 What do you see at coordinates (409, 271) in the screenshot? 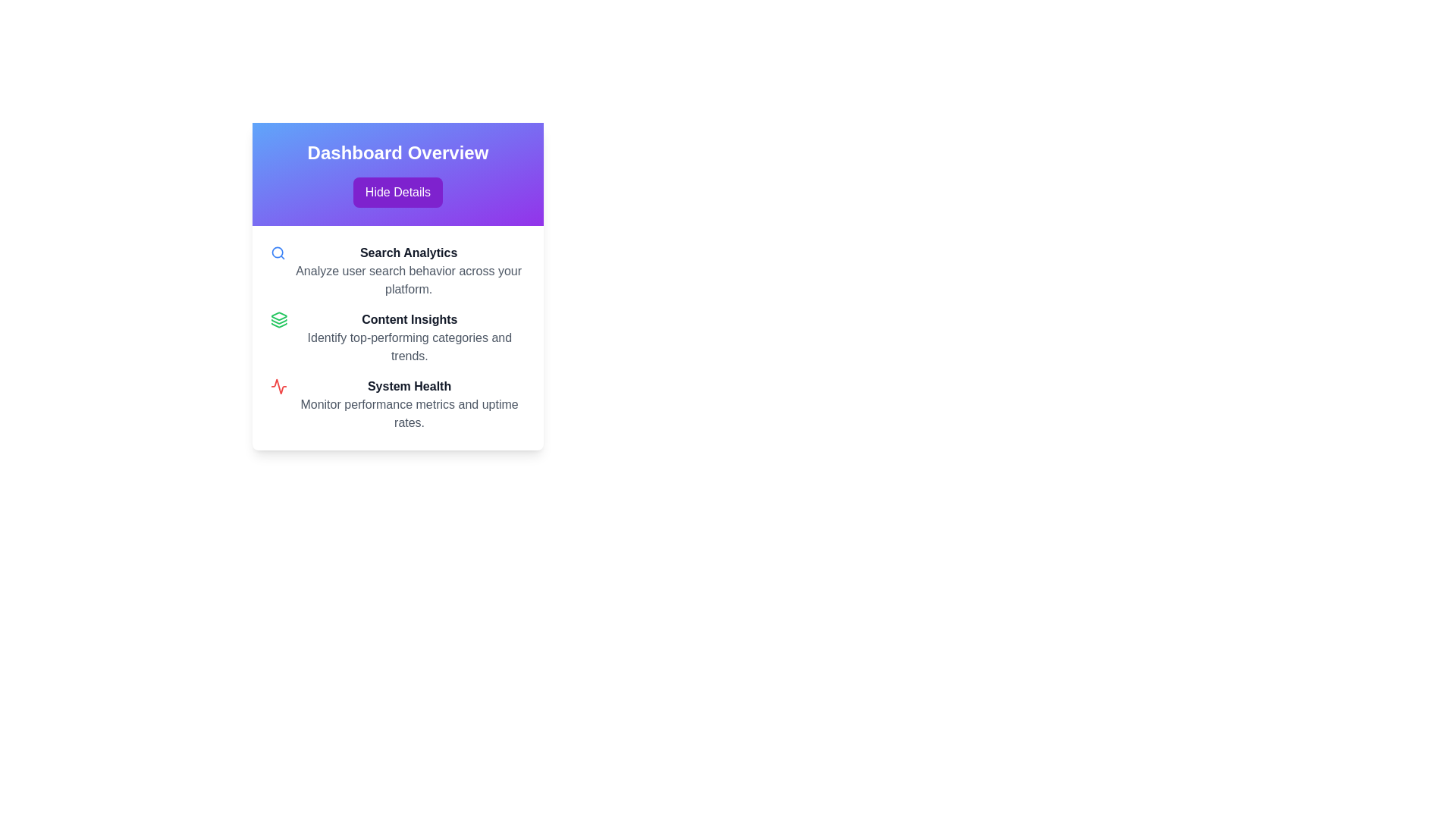
I see `the 'Search Analytics' text element, which contains a bold title and a description, located in the upper portion of the vertical list under 'Dashboard Overview'` at bounding box center [409, 271].